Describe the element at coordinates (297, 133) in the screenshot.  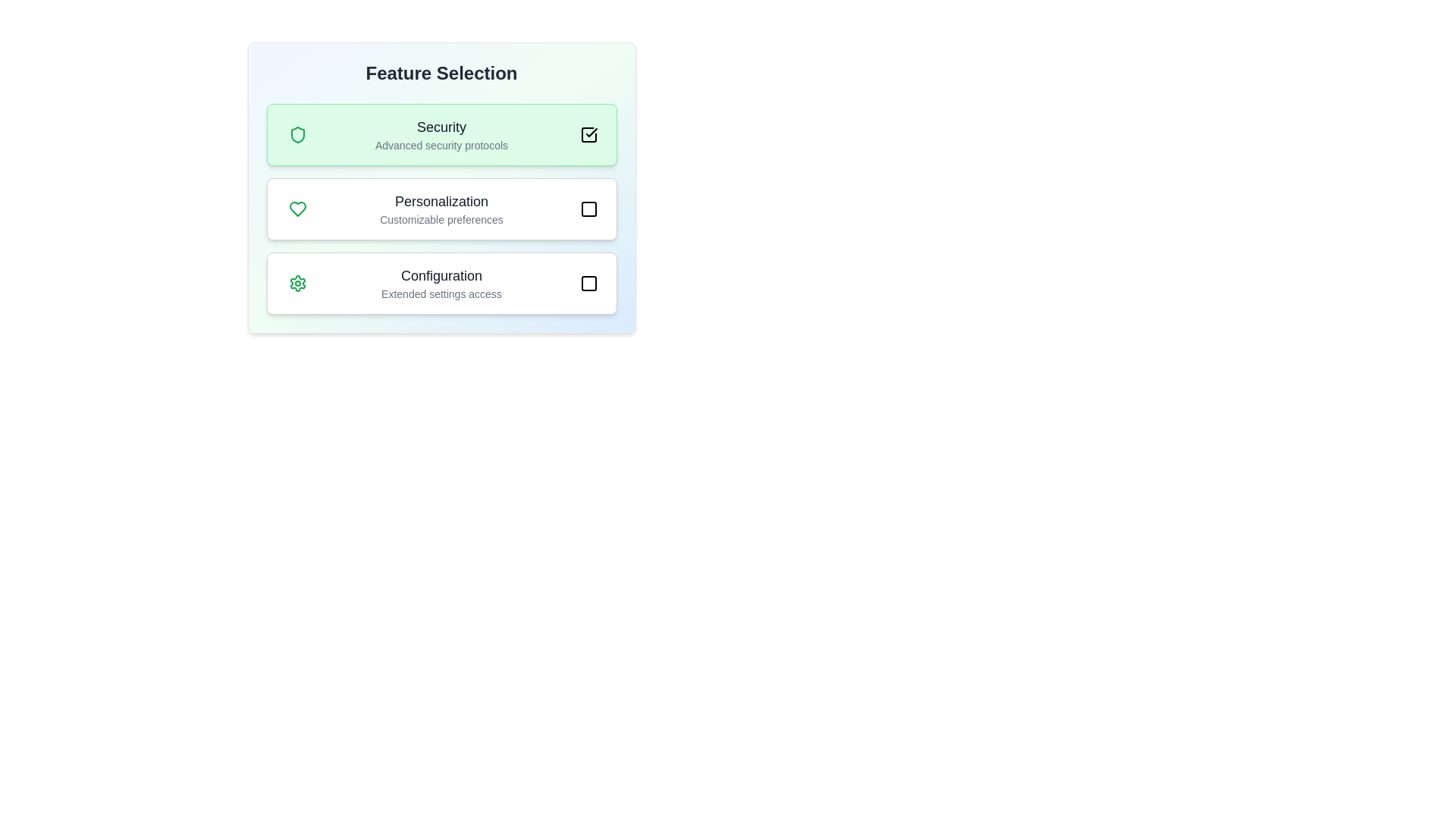
I see `the shield-shaped icon with a green outline and white background, located to the left of the 'Security' list item` at that location.